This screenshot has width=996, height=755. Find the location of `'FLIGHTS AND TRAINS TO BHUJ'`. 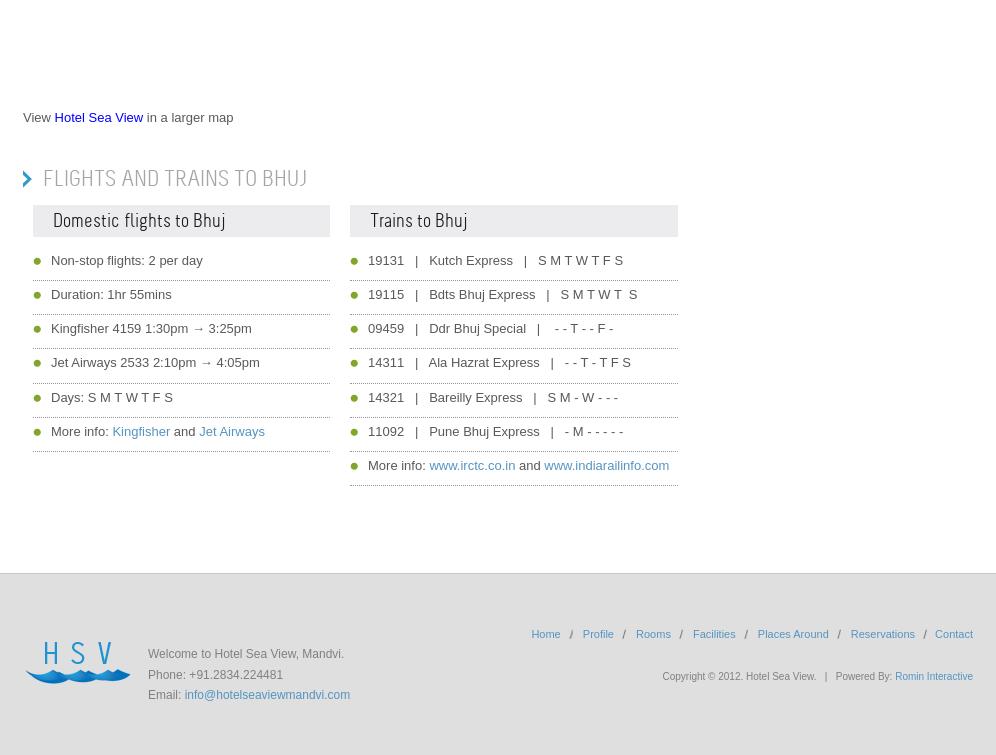

'FLIGHTS AND TRAINS TO BHUJ' is located at coordinates (42, 177).